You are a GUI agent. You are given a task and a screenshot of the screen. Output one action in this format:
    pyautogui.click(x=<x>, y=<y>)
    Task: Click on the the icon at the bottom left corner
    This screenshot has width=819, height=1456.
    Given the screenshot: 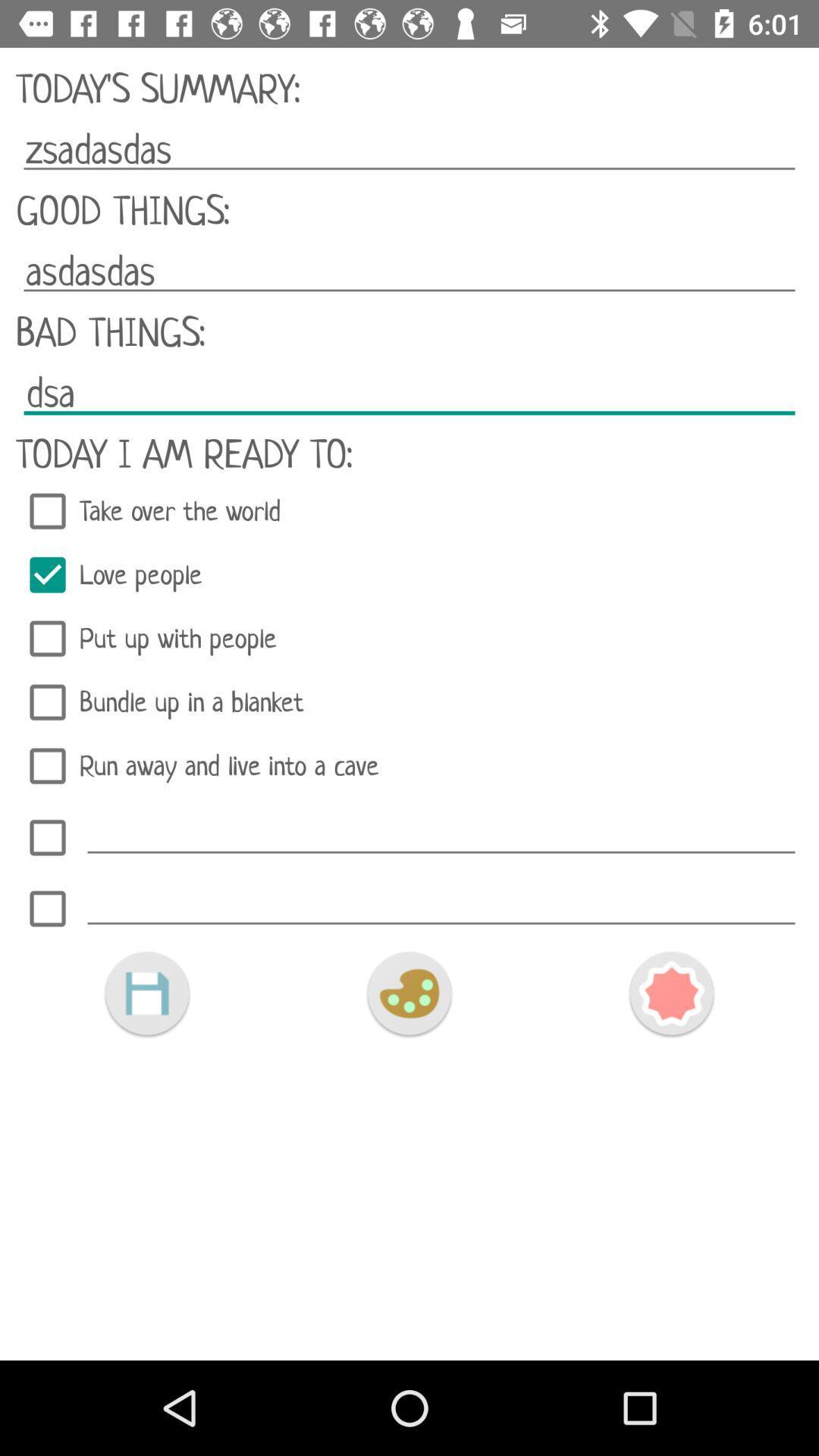 What is the action you would take?
    pyautogui.click(x=146, y=993)
    